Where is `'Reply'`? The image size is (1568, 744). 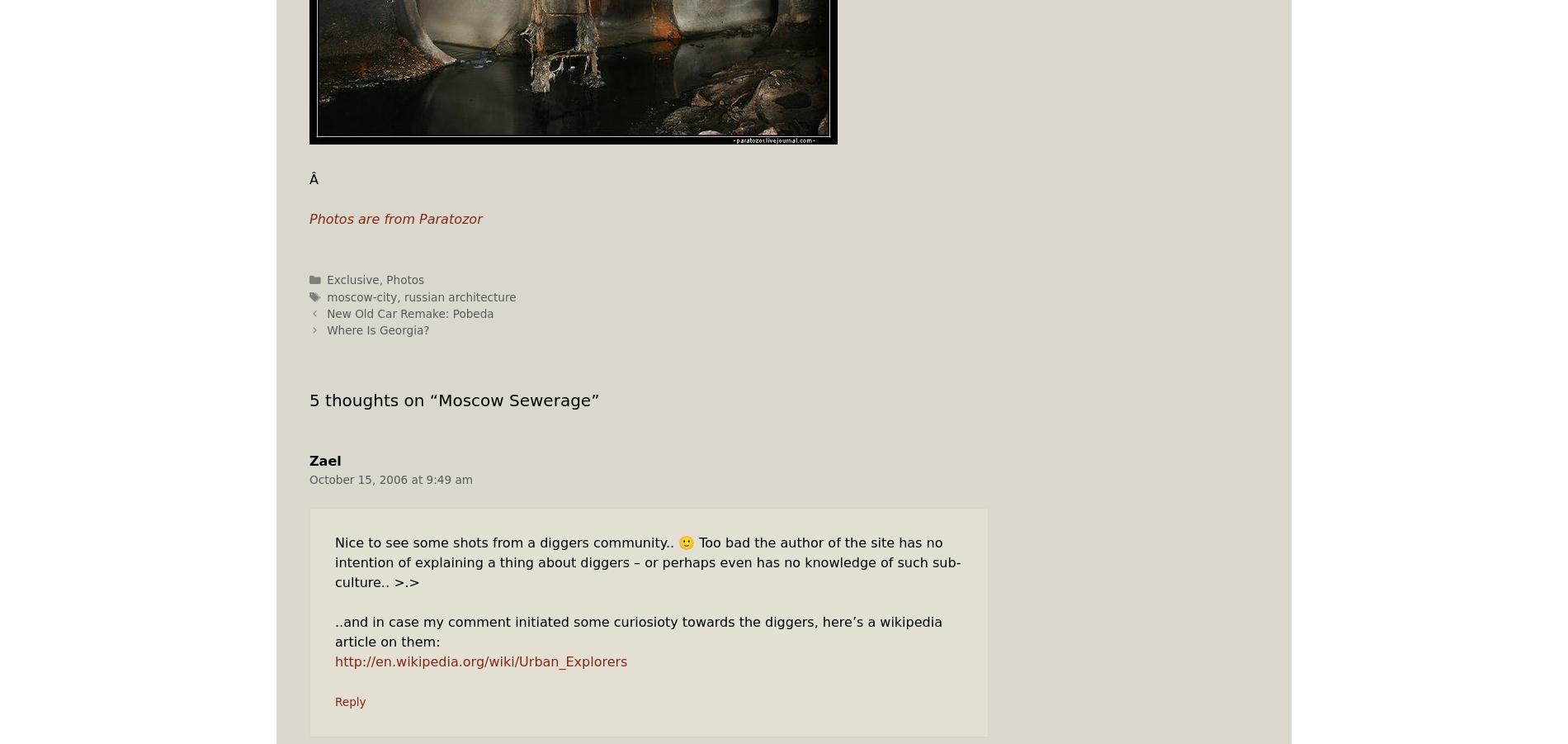
'Reply' is located at coordinates (334, 702).